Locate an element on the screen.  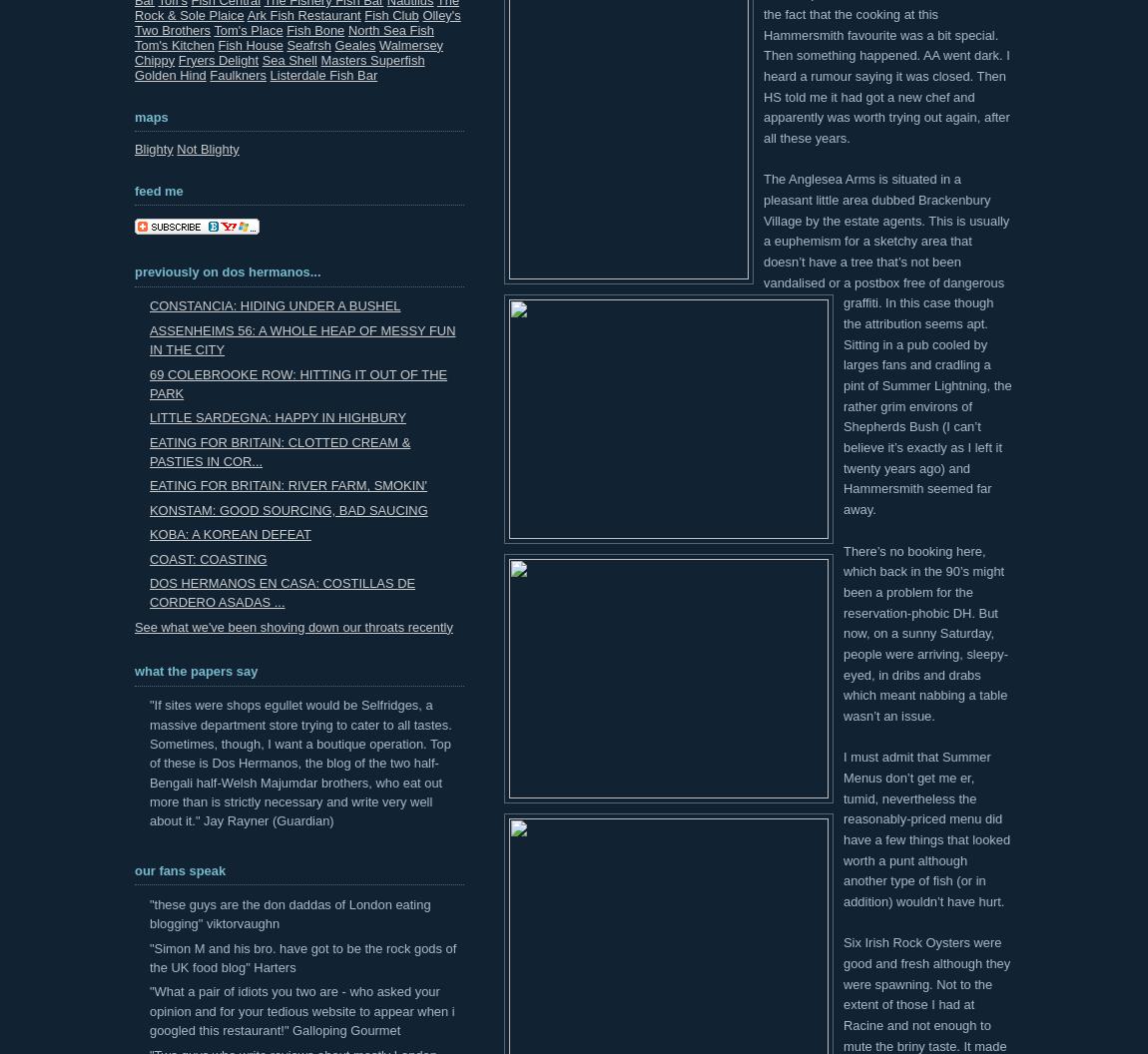
'Fish Club' is located at coordinates (391, 14).